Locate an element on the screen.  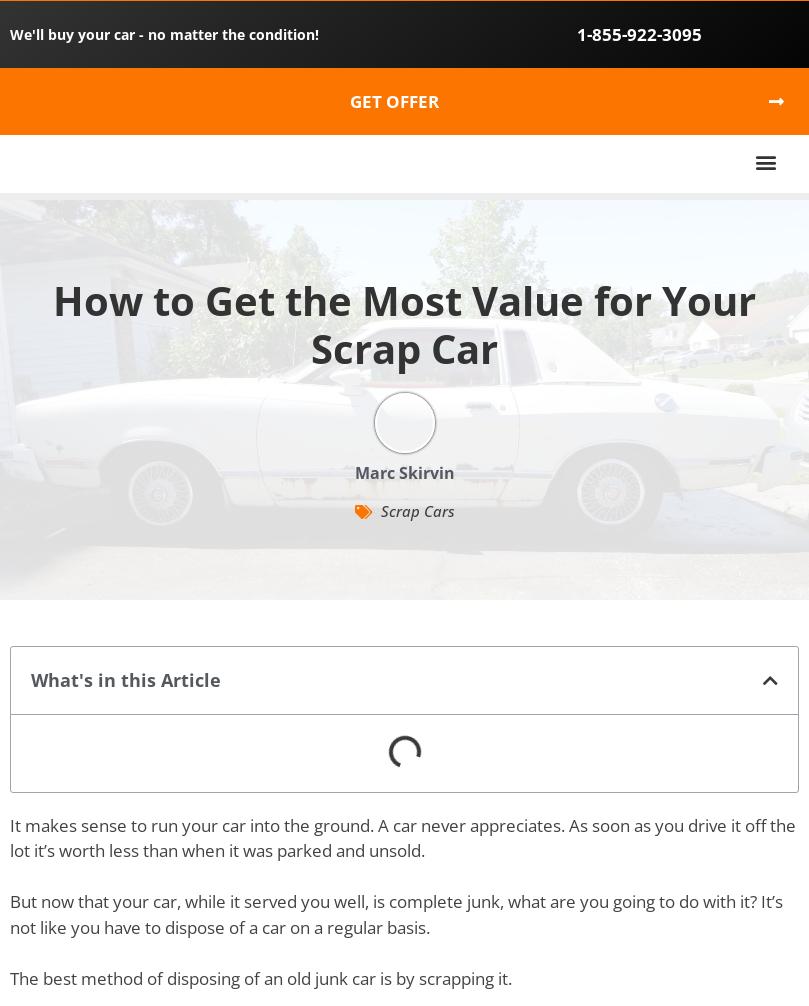
'How to Get the Most Value for Your Scrap Car' is located at coordinates (52, 322).